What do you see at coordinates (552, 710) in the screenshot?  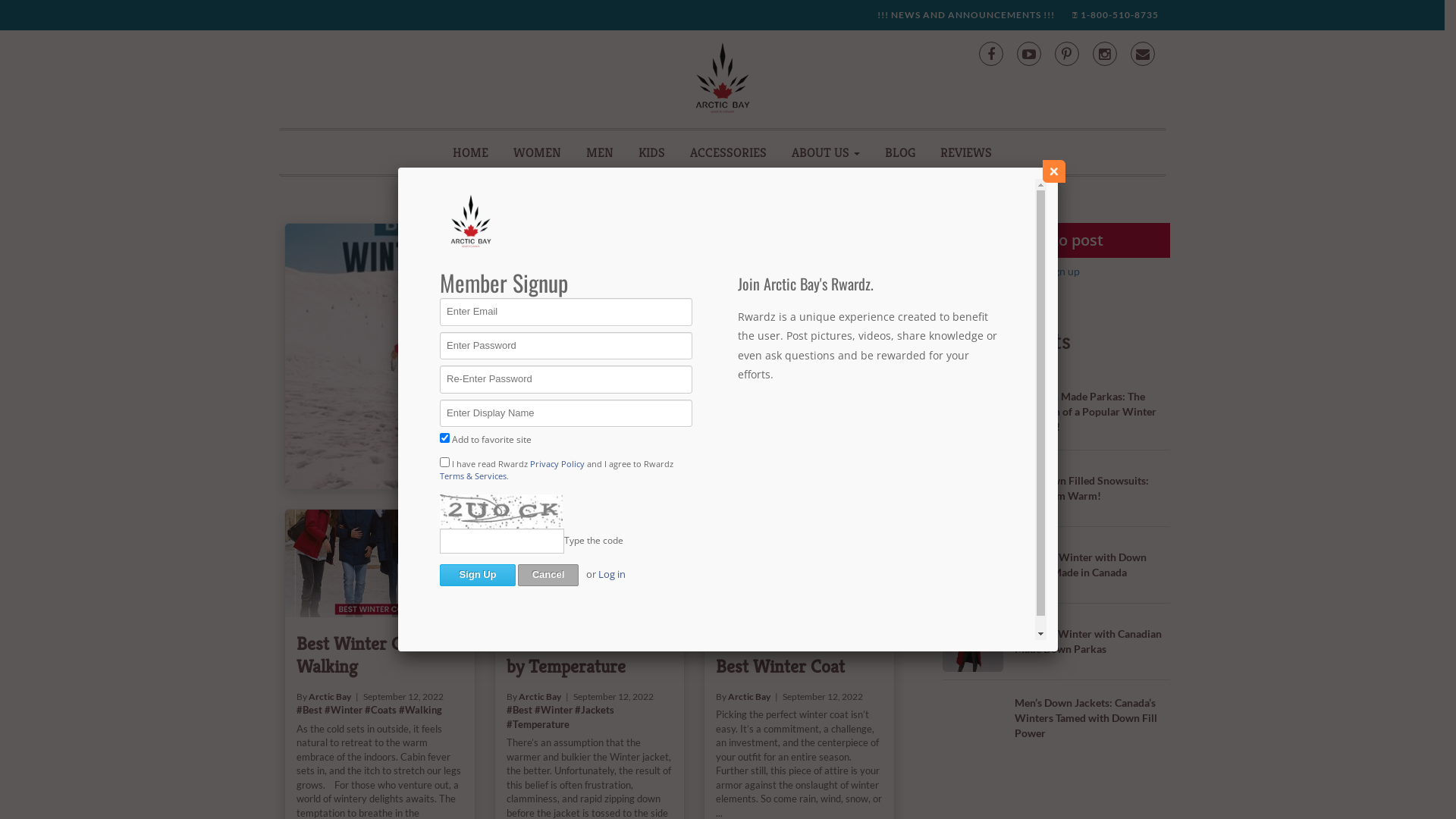 I see `'#Winter'` at bounding box center [552, 710].